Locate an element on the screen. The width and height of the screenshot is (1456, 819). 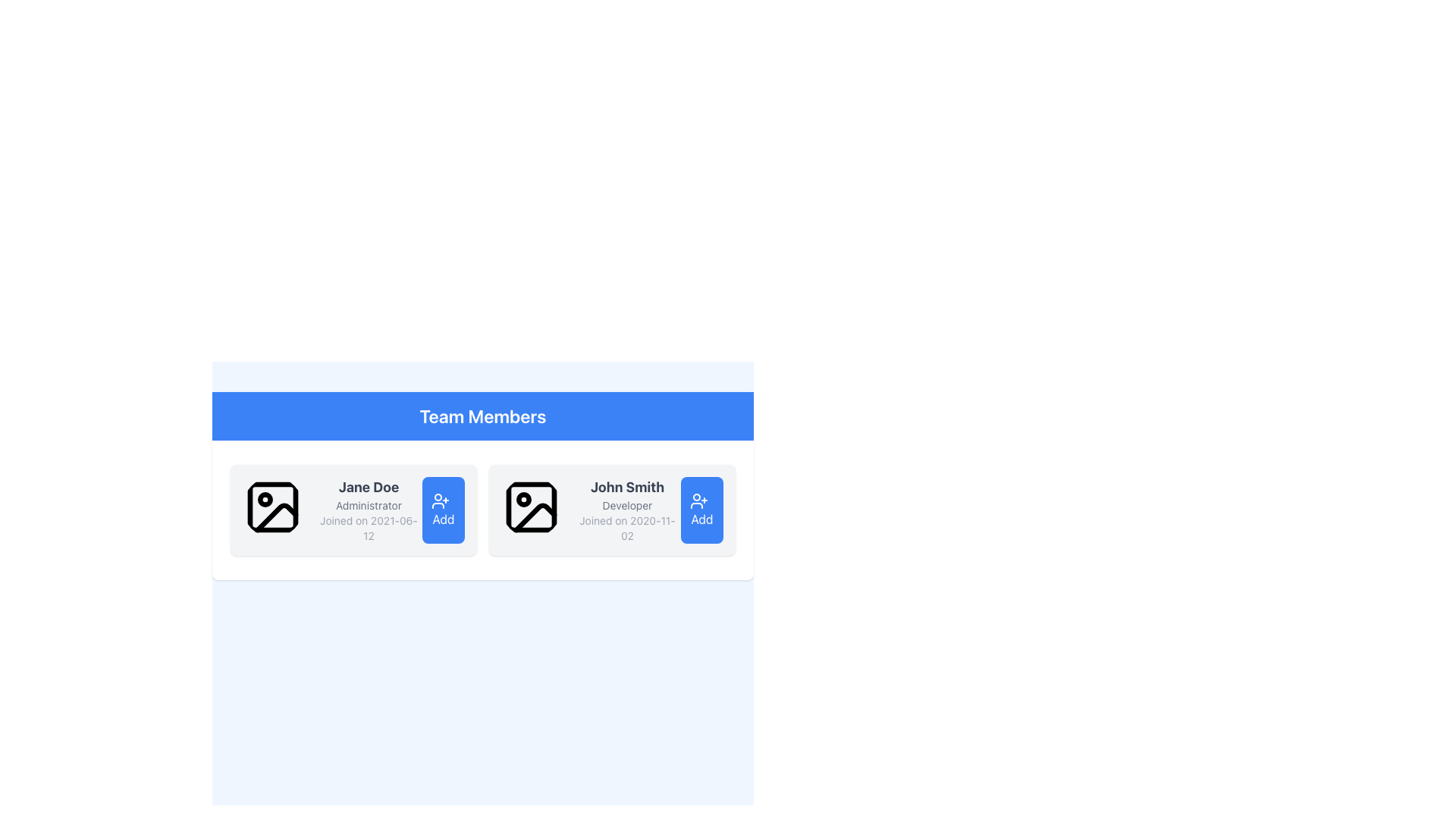
the decorative SVG rectangle with rounded corners located in the upper-left region of the image icon representing 'John Smith' in the 'Team Members' section is located at coordinates (531, 507).